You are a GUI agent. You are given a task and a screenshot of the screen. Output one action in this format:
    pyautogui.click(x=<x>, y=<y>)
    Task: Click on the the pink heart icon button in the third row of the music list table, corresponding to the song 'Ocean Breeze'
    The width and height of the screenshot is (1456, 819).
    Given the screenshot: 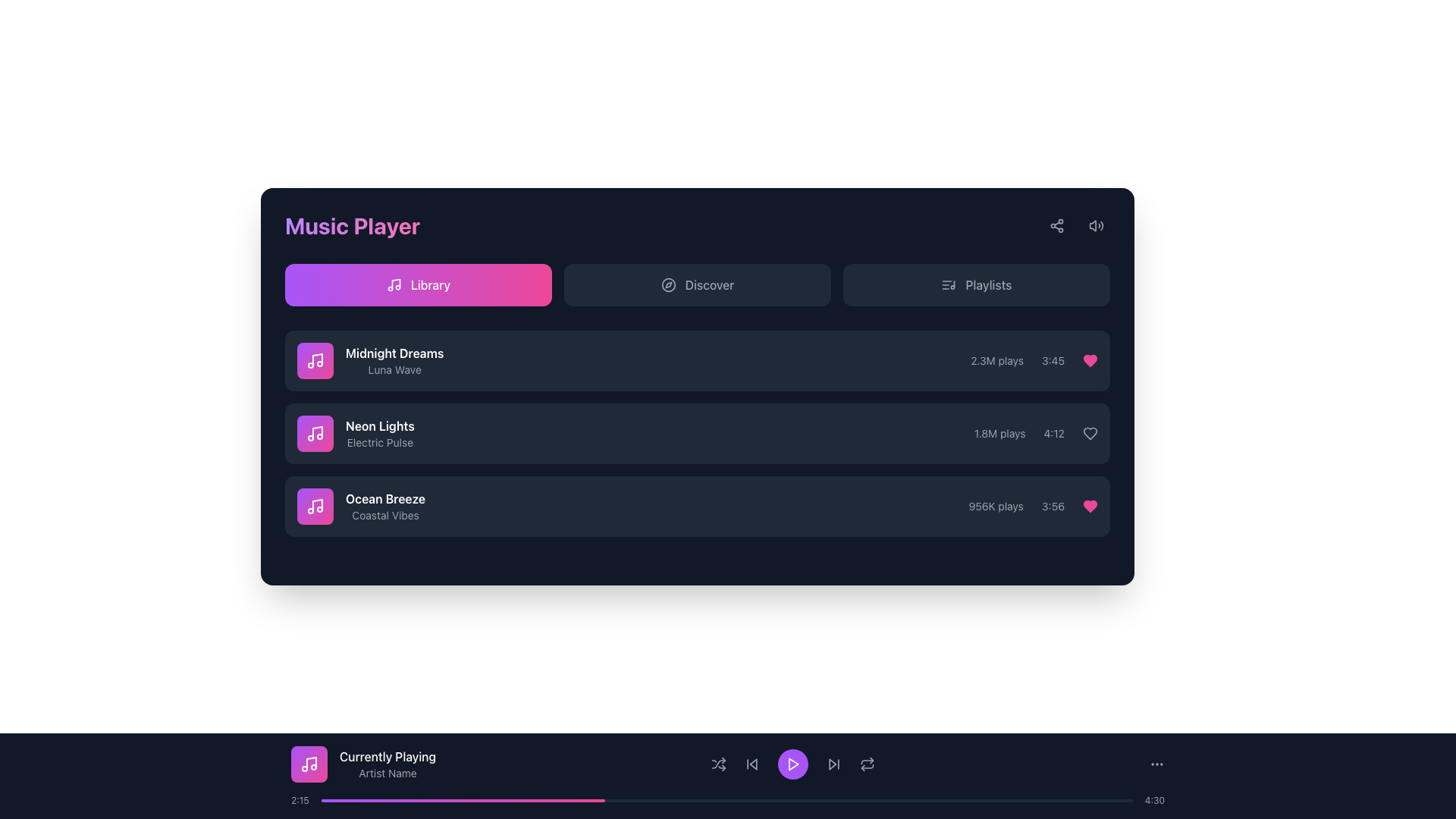 What is the action you would take?
    pyautogui.click(x=1090, y=506)
    